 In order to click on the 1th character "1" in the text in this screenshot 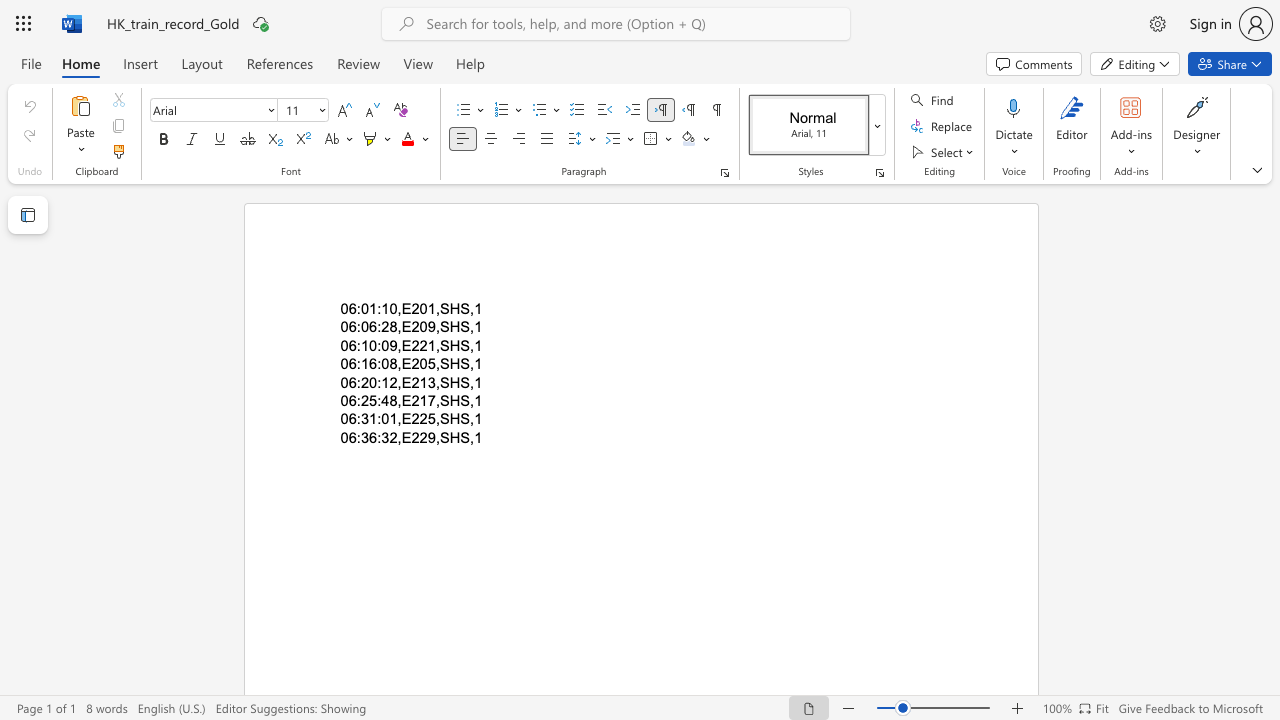, I will do `click(373, 418)`.